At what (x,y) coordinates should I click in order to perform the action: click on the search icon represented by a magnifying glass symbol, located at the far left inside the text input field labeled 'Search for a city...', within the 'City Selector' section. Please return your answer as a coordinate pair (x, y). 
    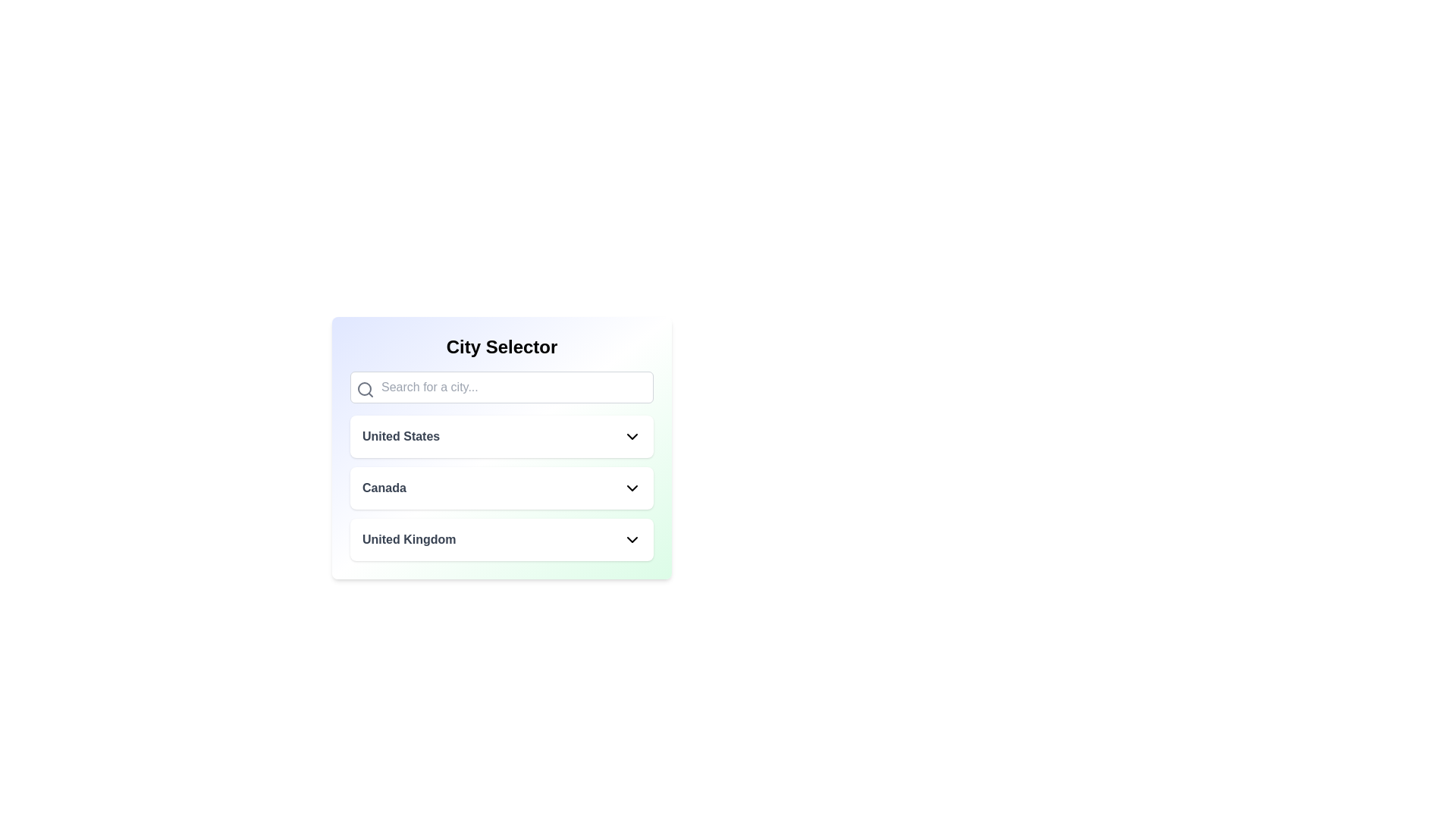
    Looking at the image, I should click on (365, 388).